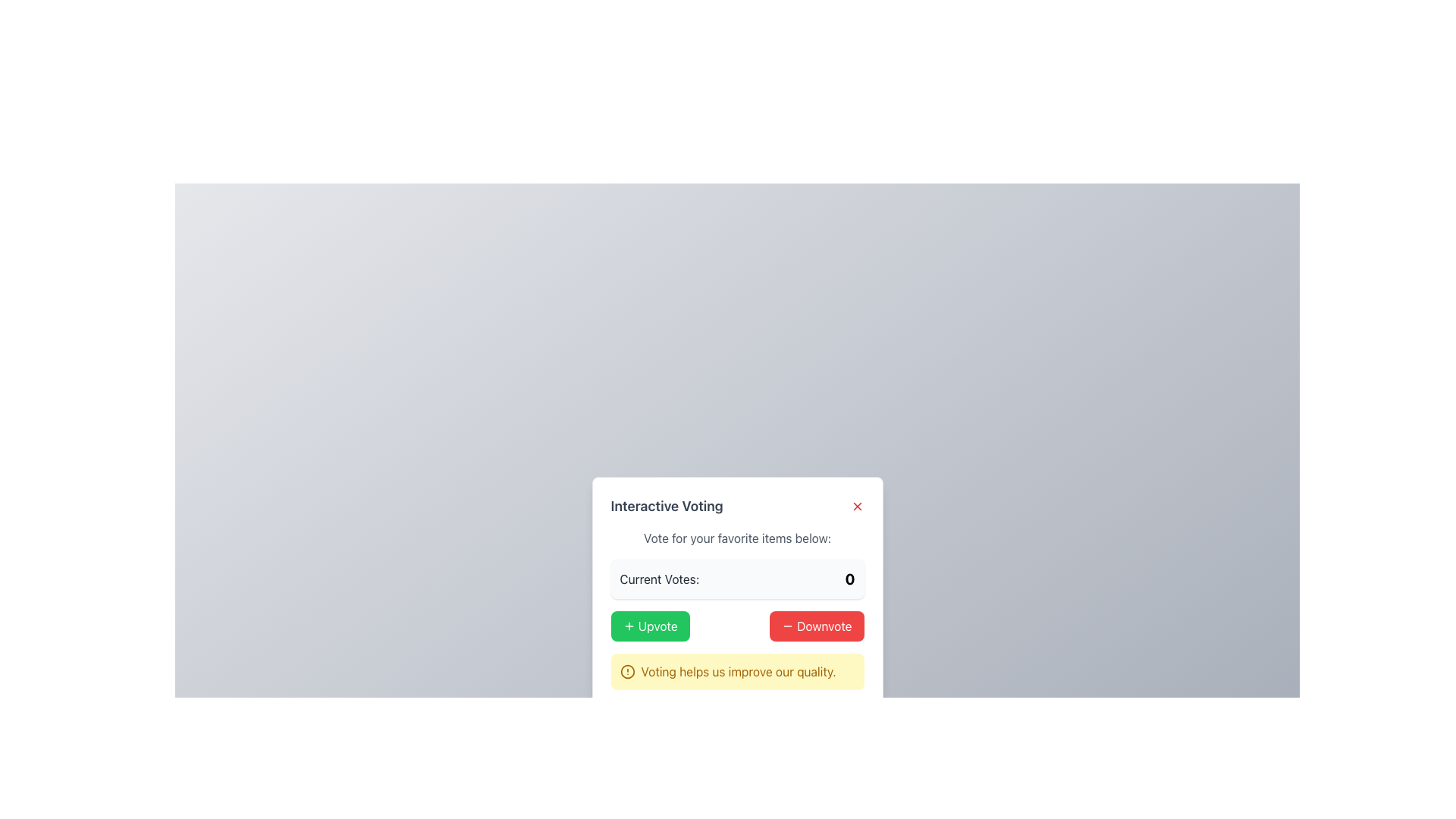 This screenshot has height=819, width=1456. Describe the element at coordinates (627, 671) in the screenshot. I see `the circular icon positioned to the left of the text 'Voting helps us improve our quality' within the notification box at the bottom of the voting interface` at that location.